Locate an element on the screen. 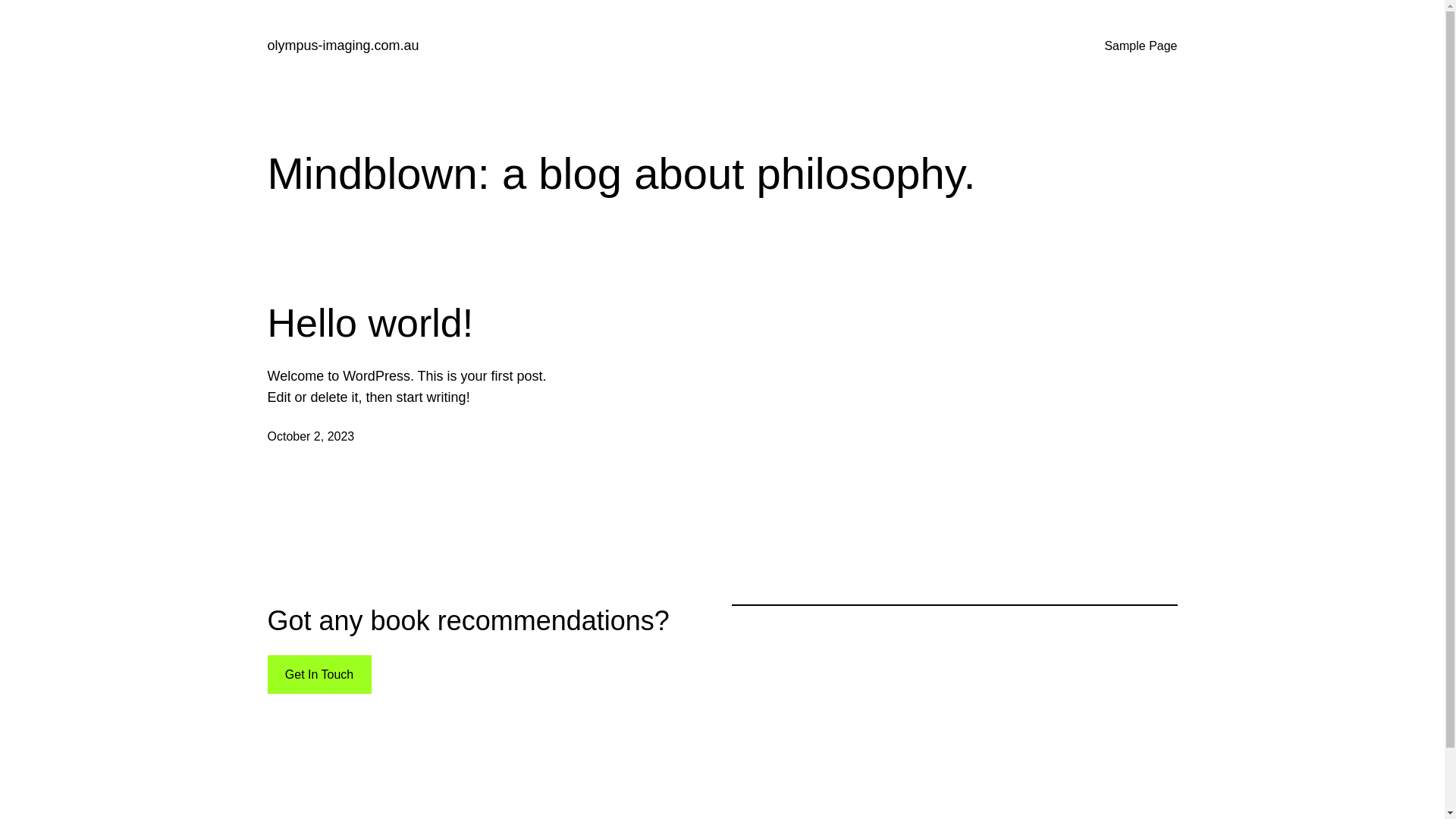  'olympus-imaging.com.au' is located at coordinates (341, 45).